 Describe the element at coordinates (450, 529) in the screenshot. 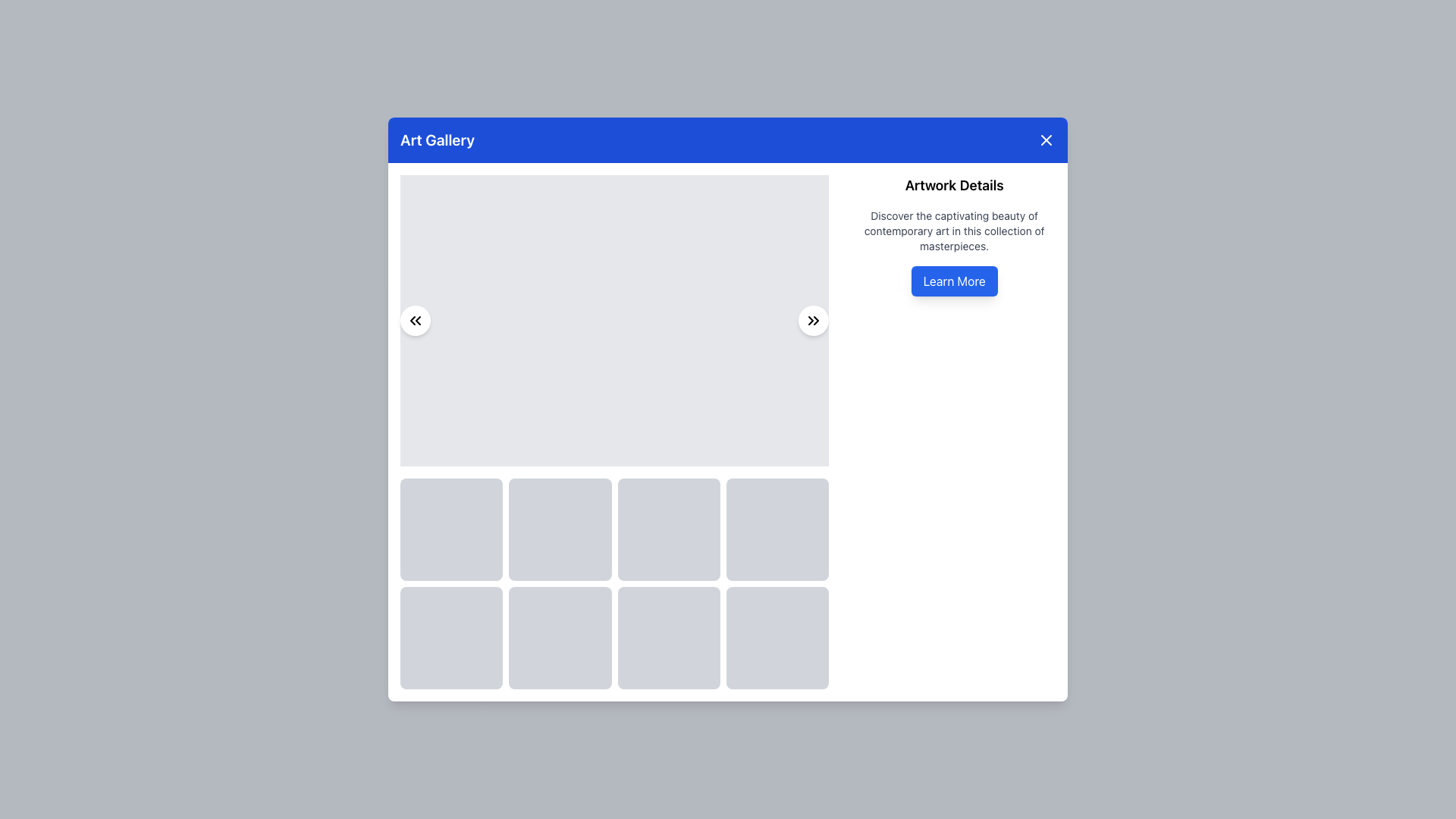

I see `the first static visual element with a light gray background and rounded corners located in the top-left corner of the grid layout` at that location.